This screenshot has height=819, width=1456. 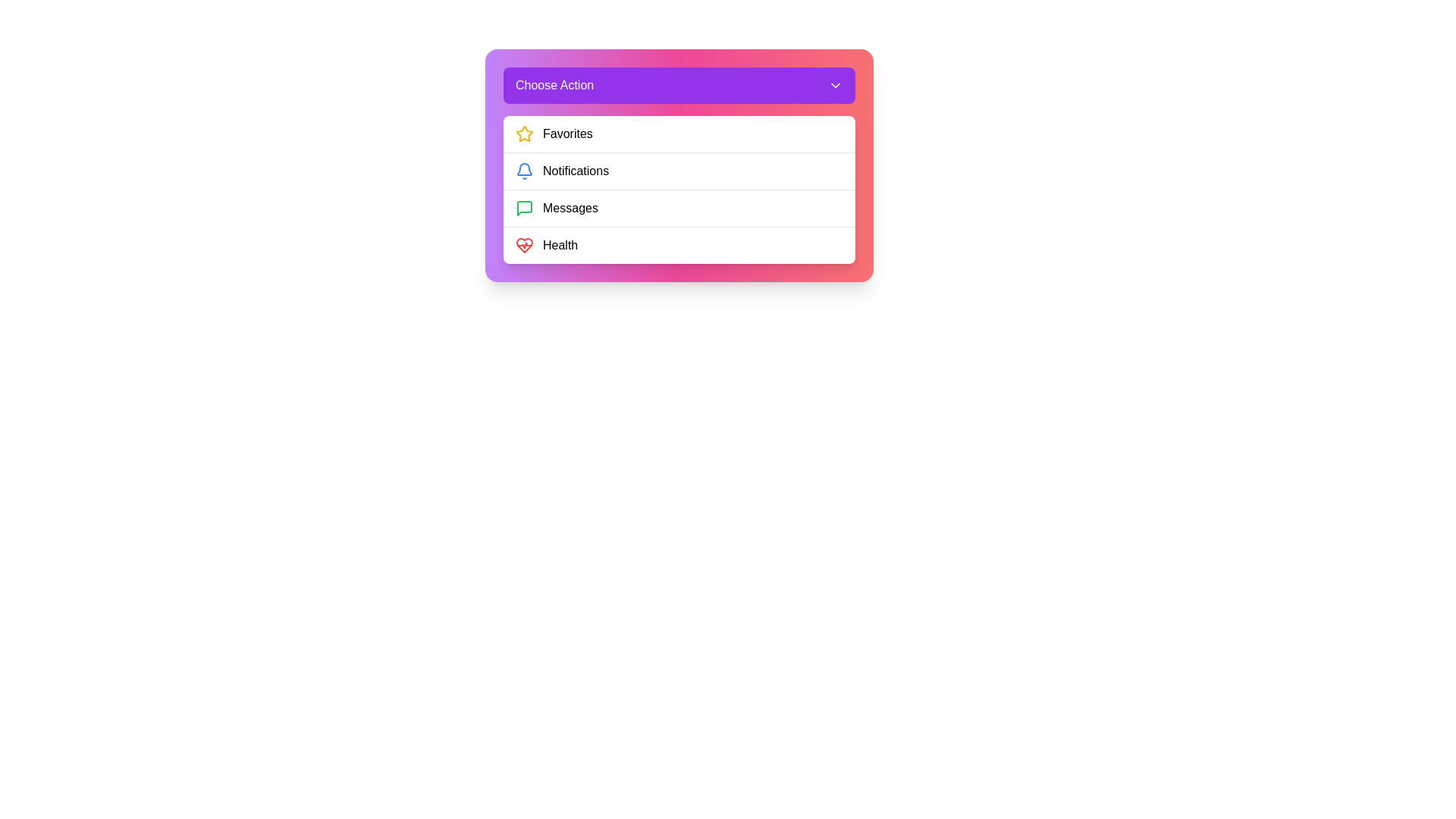 What do you see at coordinates (679, 171) in the screenshot?
I see `the second interactive list item in the dropdown menu` at bounding box center [679, 171].